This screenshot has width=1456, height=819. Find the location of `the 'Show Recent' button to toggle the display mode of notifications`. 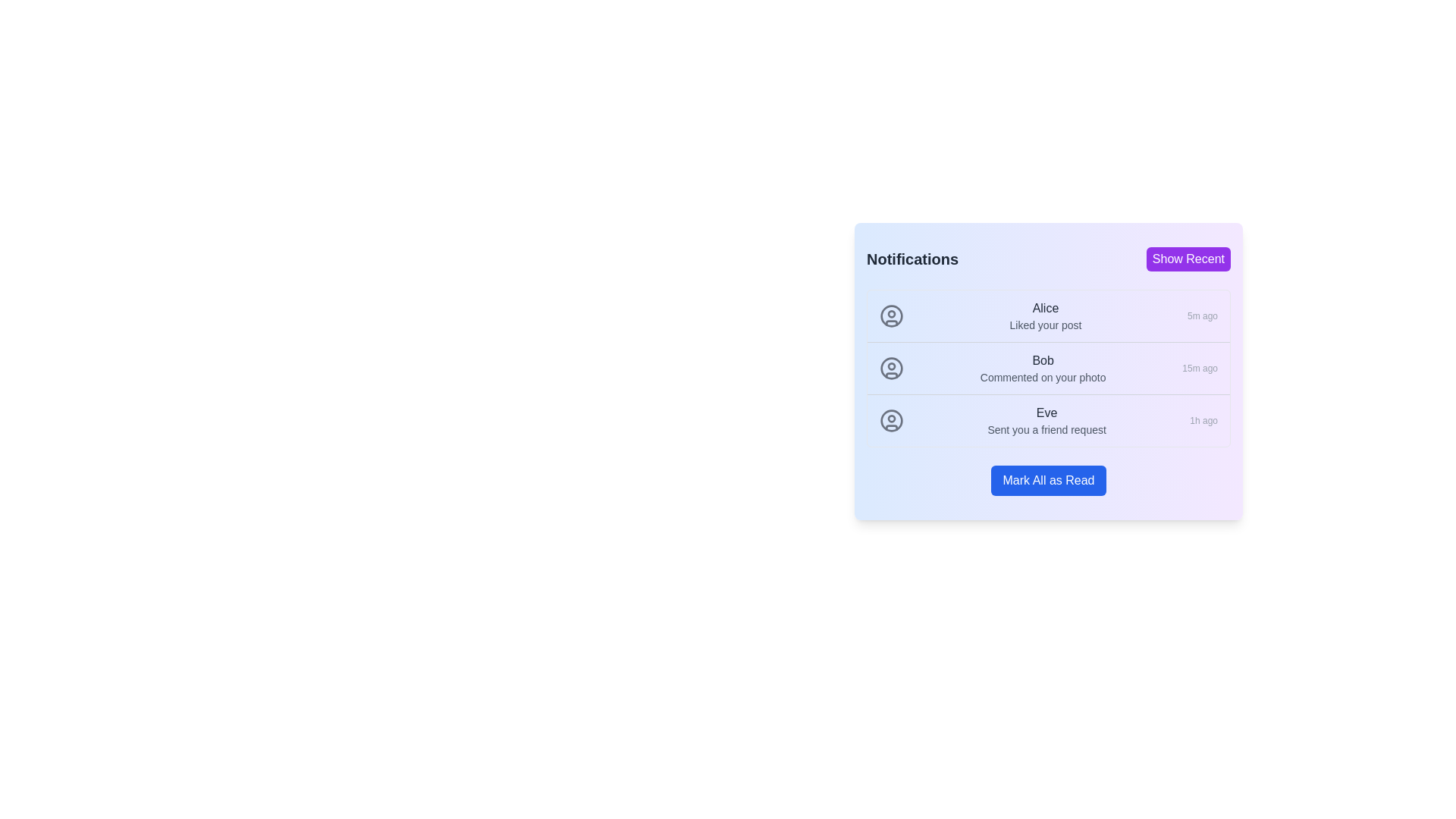

the 'Show Recent' button to toggle the display mode of notifications is located at coordinates (1187, 259).